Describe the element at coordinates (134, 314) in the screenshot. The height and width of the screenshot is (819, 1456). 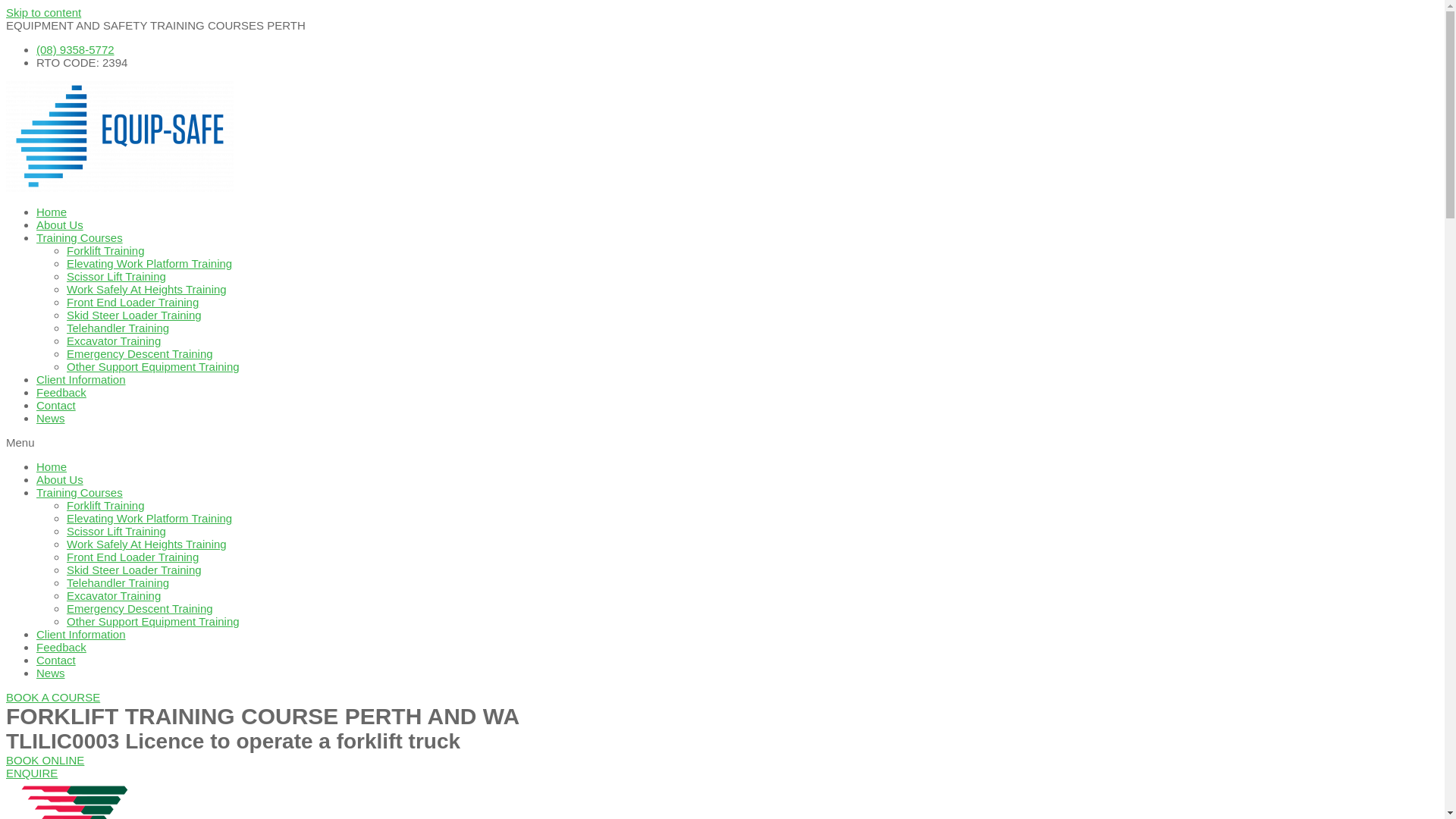
I see `'Skid Steer Loader Training'` at that location.